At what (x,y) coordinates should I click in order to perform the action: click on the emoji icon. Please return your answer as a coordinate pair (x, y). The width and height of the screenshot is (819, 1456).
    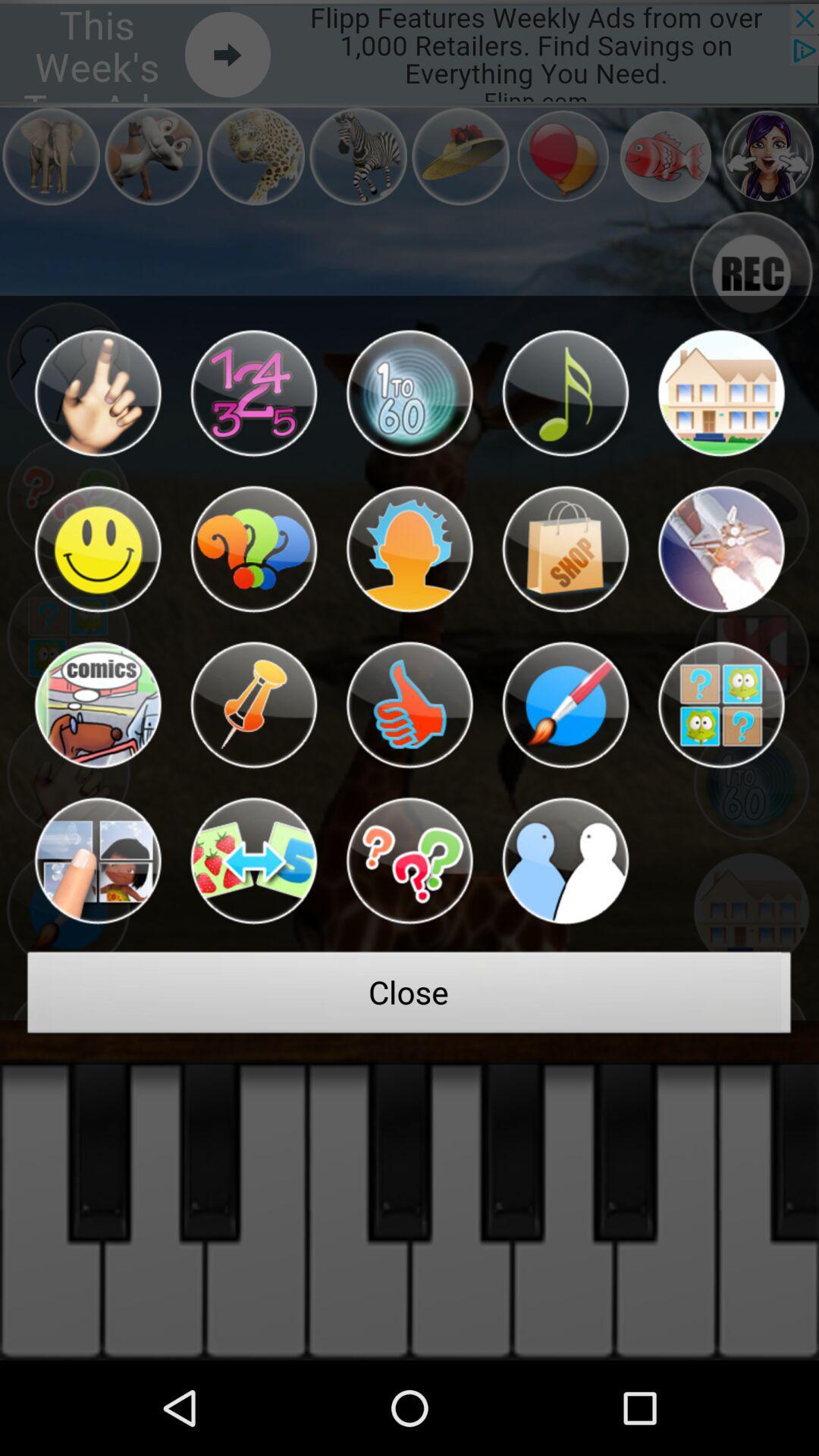
    Looking at the image, I should click on (97, 587).